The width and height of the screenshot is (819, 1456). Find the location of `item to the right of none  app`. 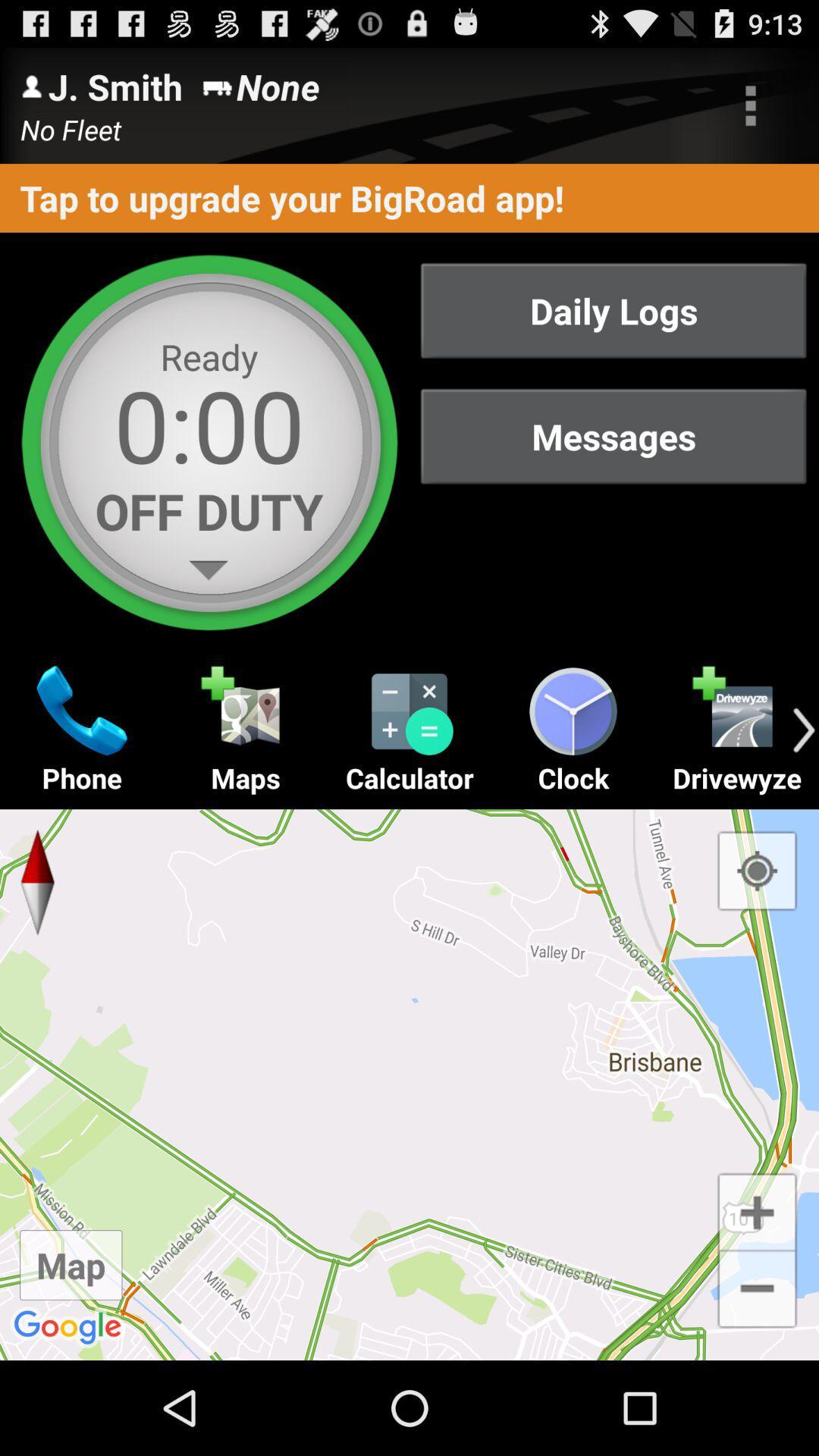

item to the right of none  app is located at coordinates (751, 105).